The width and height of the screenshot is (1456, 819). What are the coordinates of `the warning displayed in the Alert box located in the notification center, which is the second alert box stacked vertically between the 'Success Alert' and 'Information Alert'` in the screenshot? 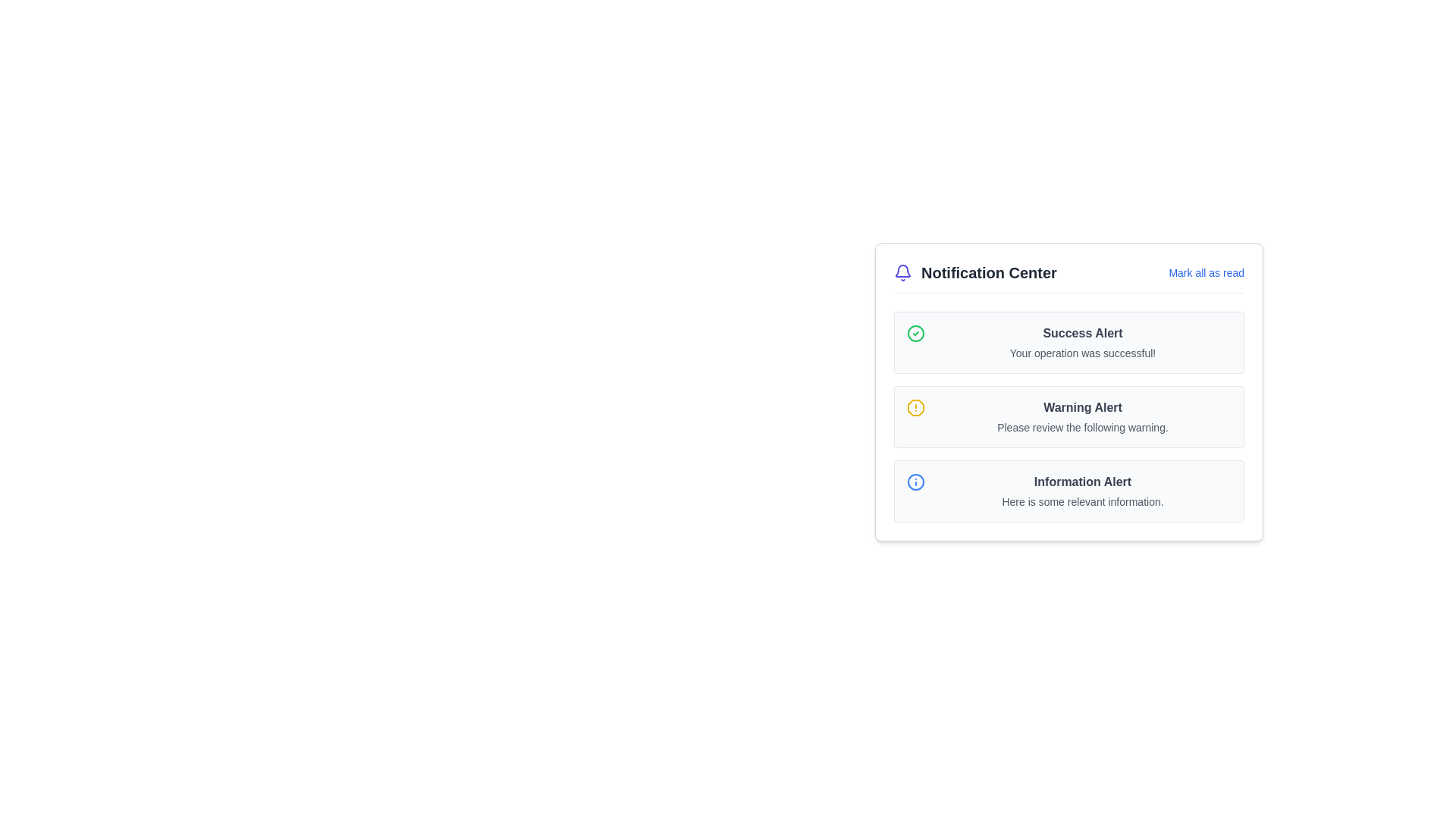 It's located at (1068, 417).